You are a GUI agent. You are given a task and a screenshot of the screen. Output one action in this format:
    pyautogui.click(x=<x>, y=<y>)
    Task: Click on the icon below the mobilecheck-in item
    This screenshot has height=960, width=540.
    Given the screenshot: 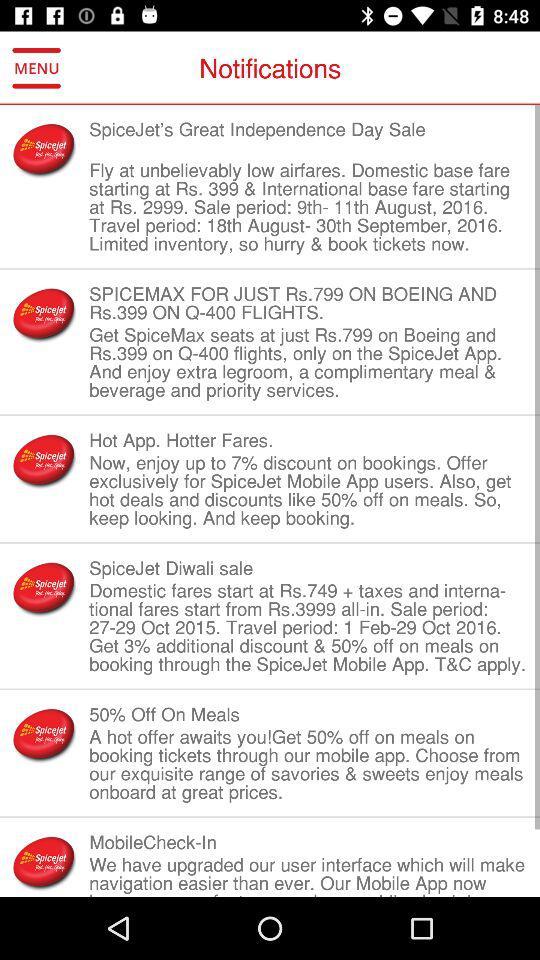 What is the action you would take?
    pyautogui.click(x=308, y=874)
    